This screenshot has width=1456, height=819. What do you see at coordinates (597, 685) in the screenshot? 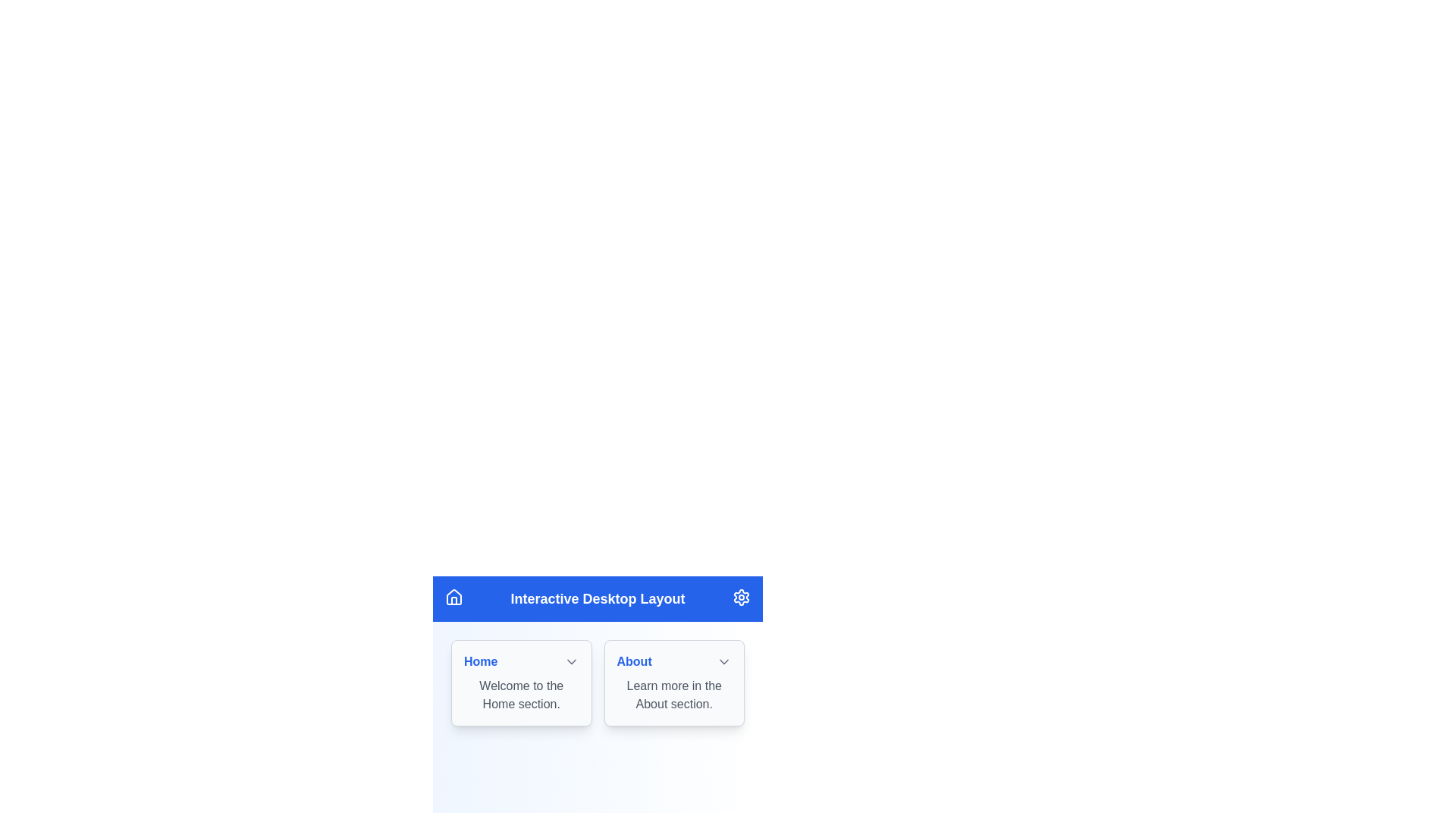
I see `the navigational panel that displays 'Home' and 'About' sections` at bounding box center [597, 685].